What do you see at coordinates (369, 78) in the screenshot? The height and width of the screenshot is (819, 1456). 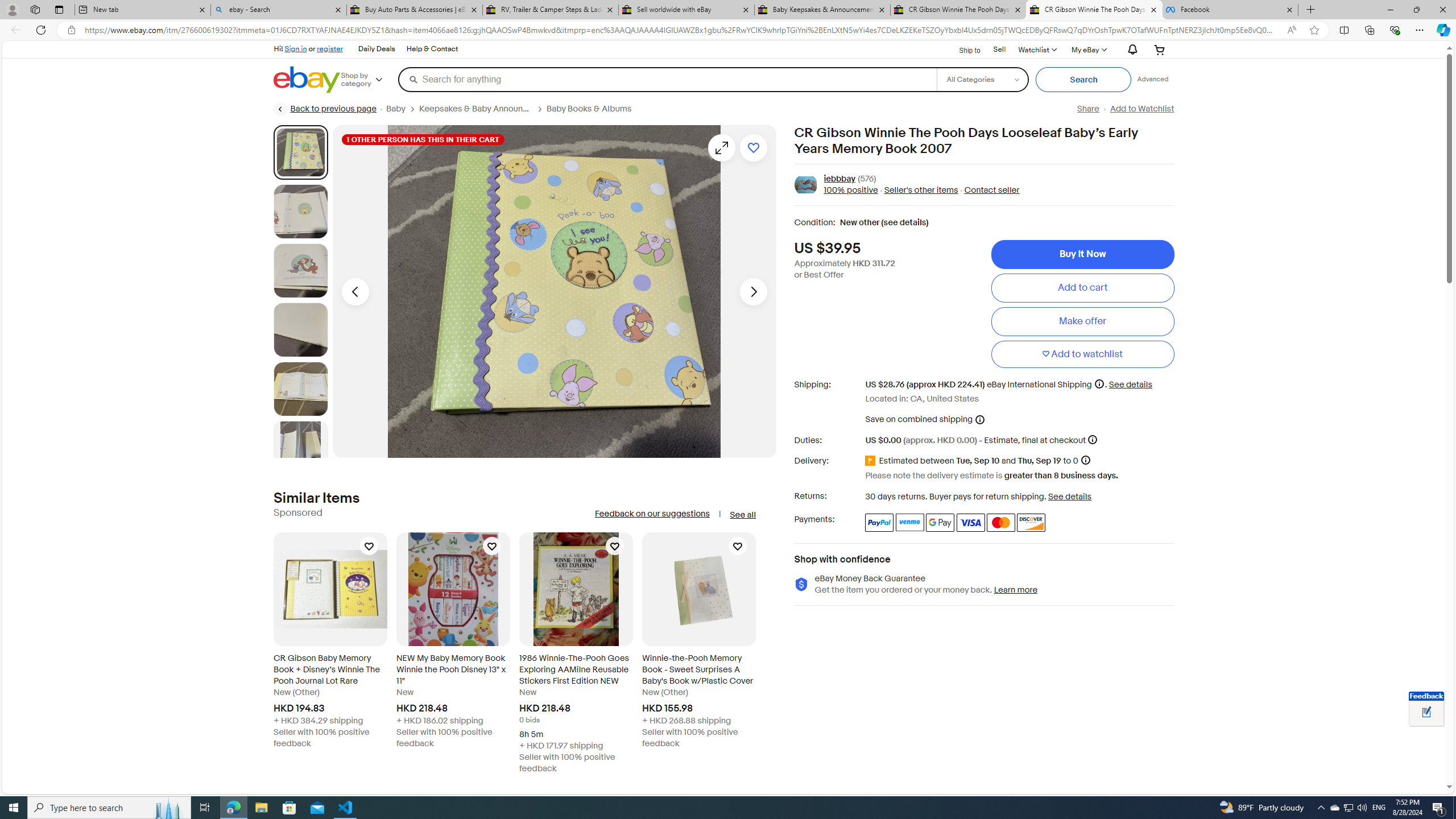 I see `'Shop by category'` at bounding box center [369, 78].